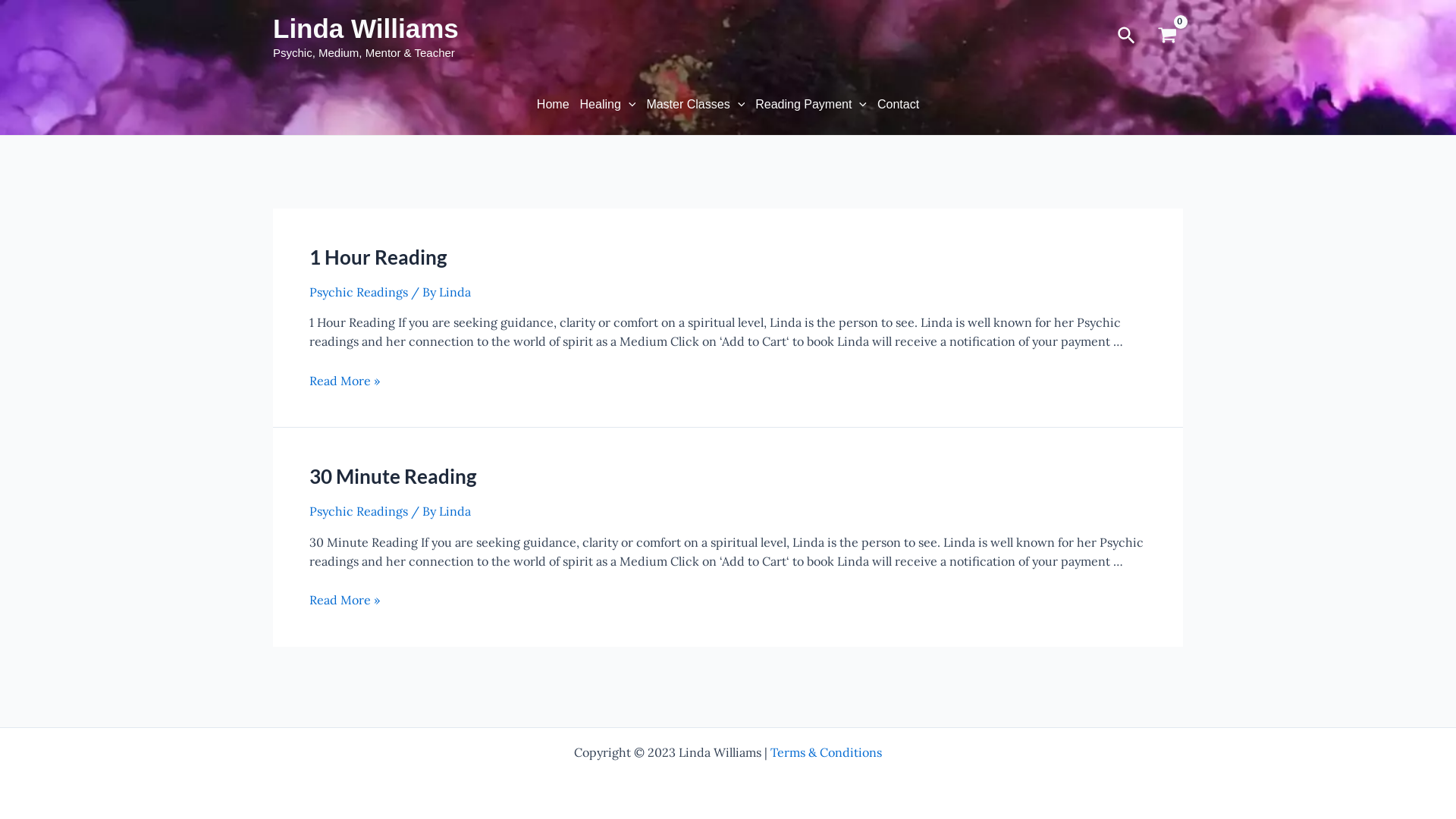 The width and height of the screenshot is (1456, 819). What do you see at coordinates (454, 511) in the screenshot?
I see `'Linda'` at bounding box center [454, 511].